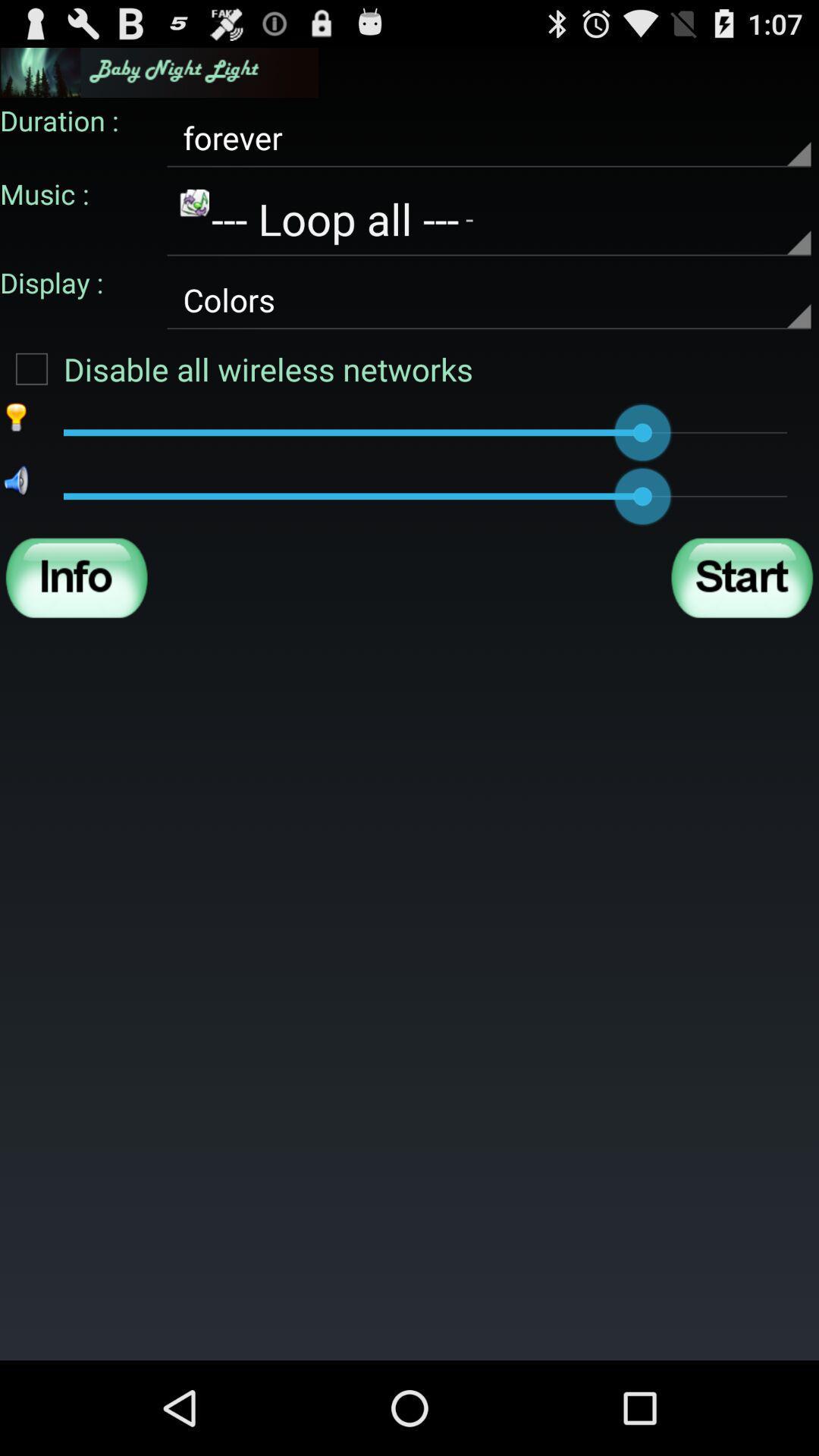  What do you see at coordinates (77, 577) in the screenshot?
I see `more info` at bounding box center [77, 577].